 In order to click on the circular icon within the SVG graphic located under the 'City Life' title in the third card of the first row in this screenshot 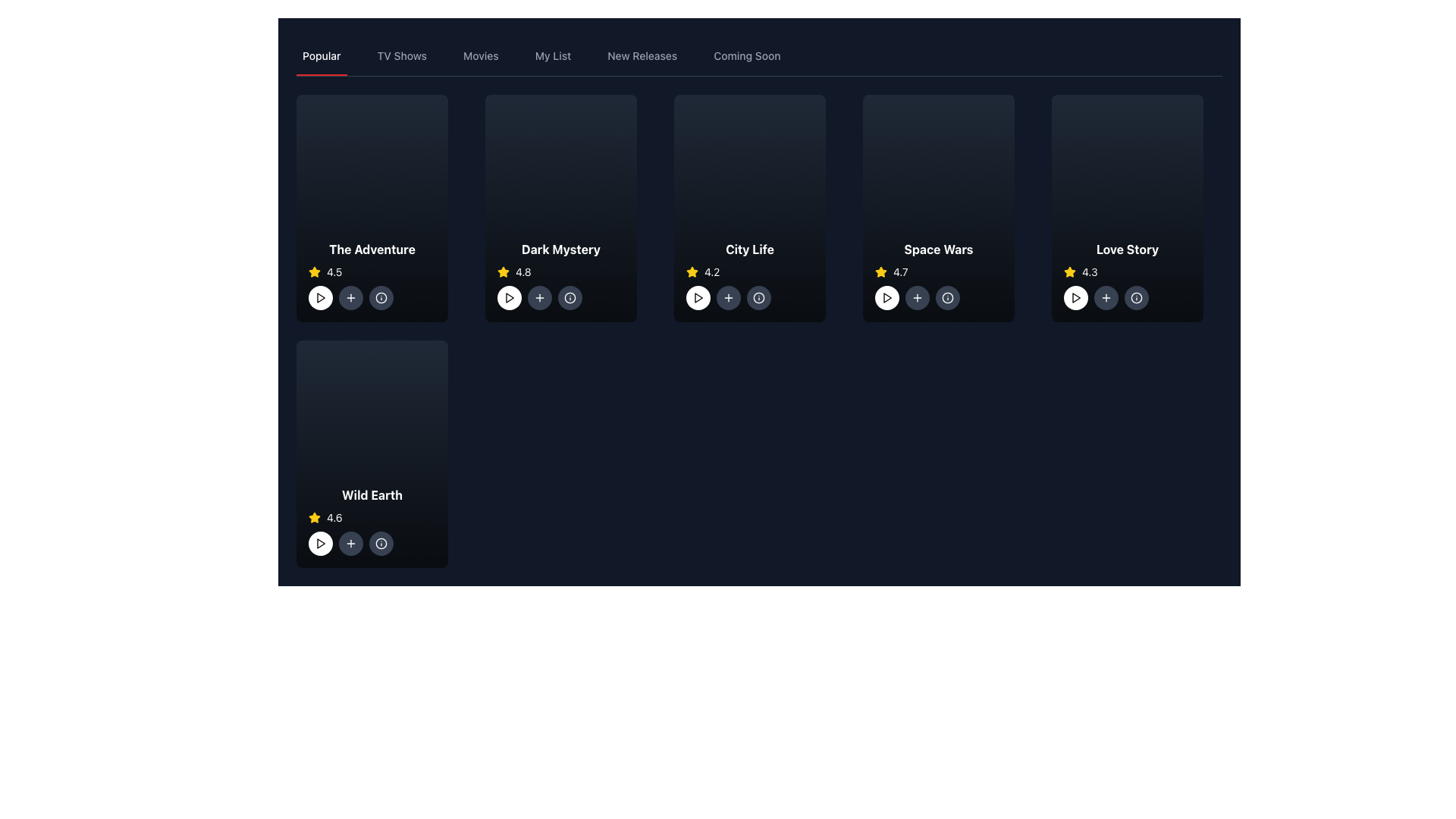, I will do `click(759, 298)`.